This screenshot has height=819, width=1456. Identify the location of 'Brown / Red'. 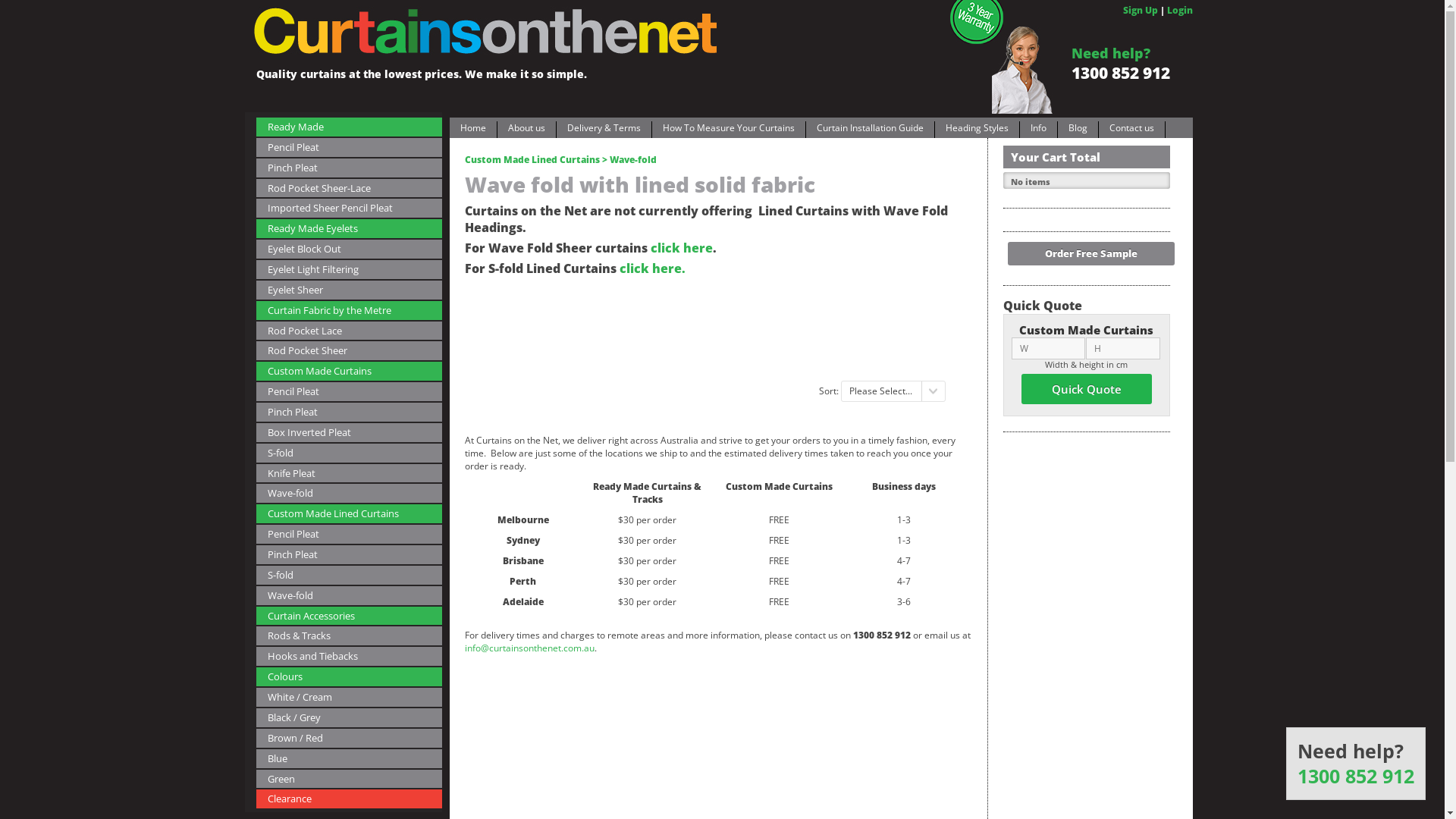
(348, 737).